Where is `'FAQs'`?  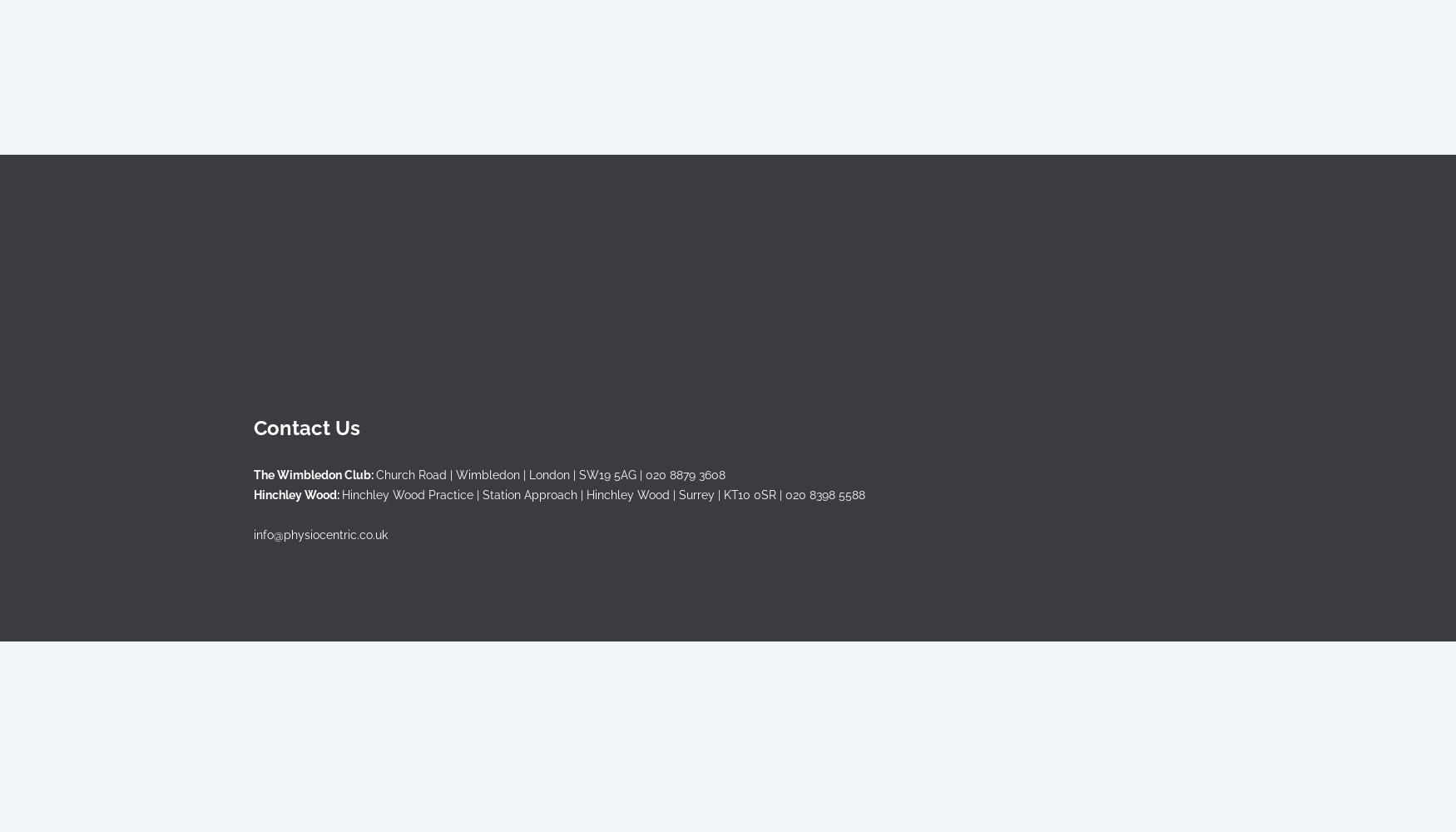 'FAQs' is located at coordinates (592, 257).